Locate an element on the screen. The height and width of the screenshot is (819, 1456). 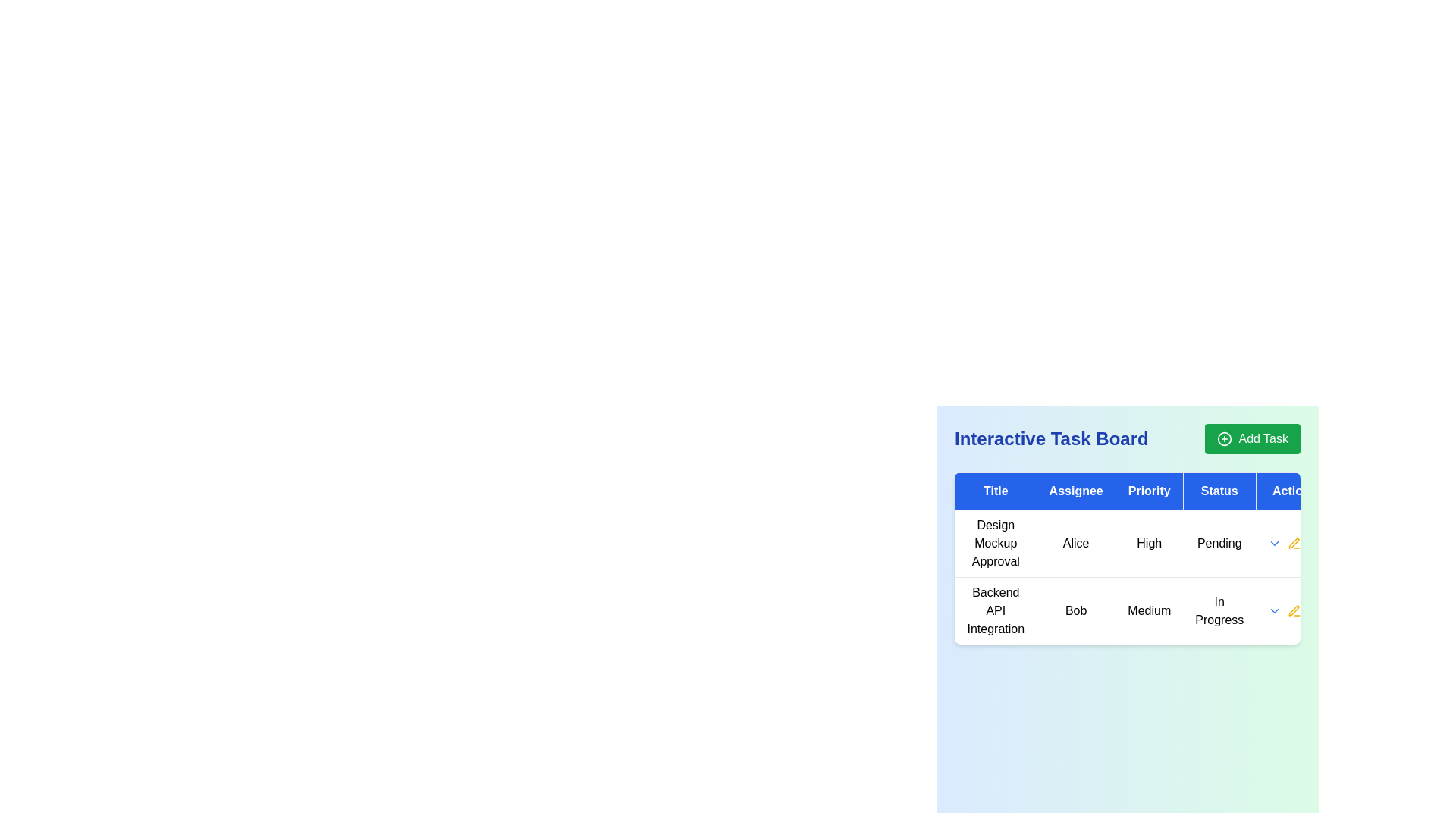
the 'High' priority text label located in the third column of the top row under the 'Priority' column of the table is located at coordinates (1149, 543).